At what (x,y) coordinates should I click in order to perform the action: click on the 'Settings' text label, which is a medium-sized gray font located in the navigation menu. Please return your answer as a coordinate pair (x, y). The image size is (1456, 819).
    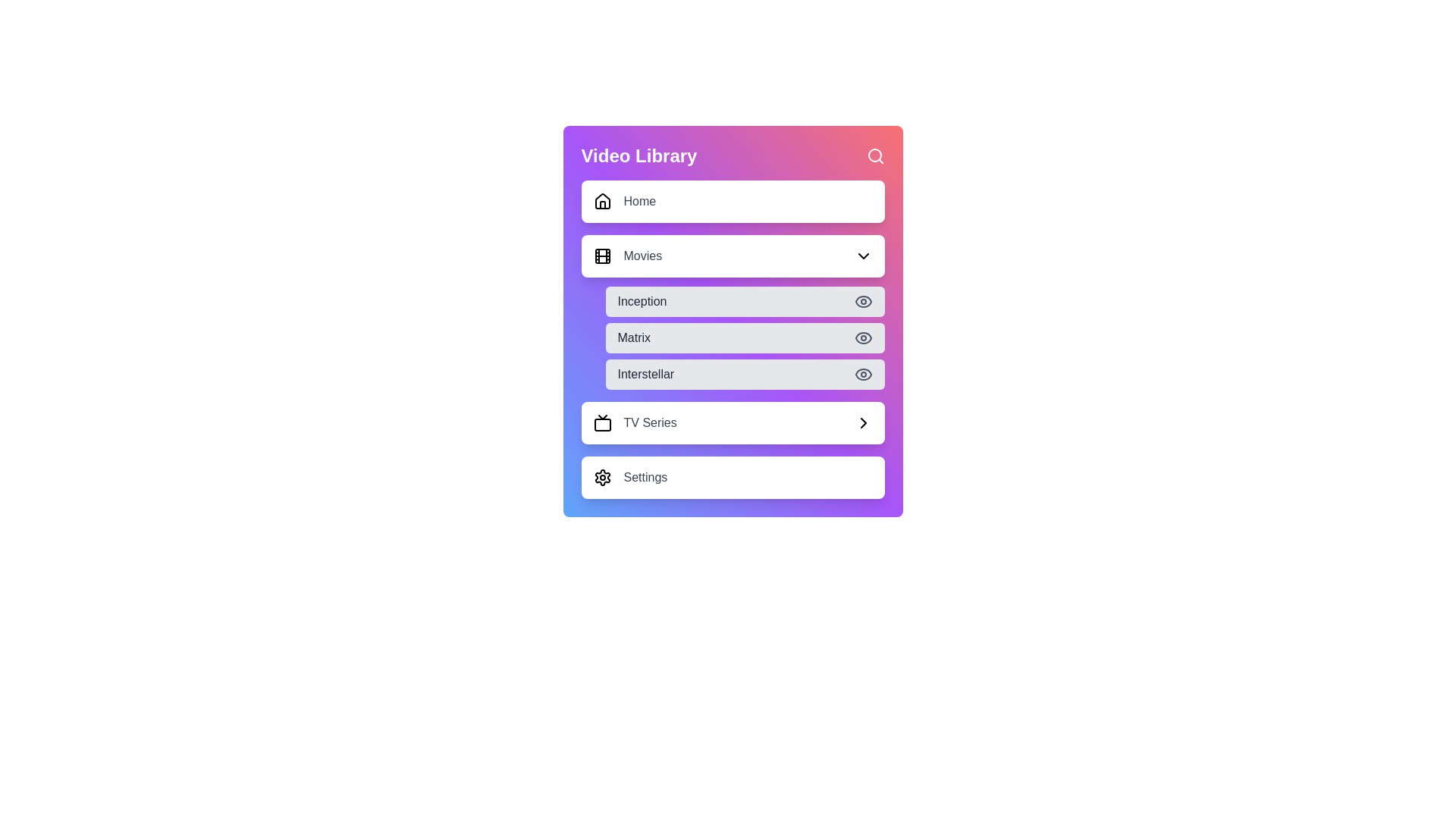
    Looking at the image, I should click on (645, 476).